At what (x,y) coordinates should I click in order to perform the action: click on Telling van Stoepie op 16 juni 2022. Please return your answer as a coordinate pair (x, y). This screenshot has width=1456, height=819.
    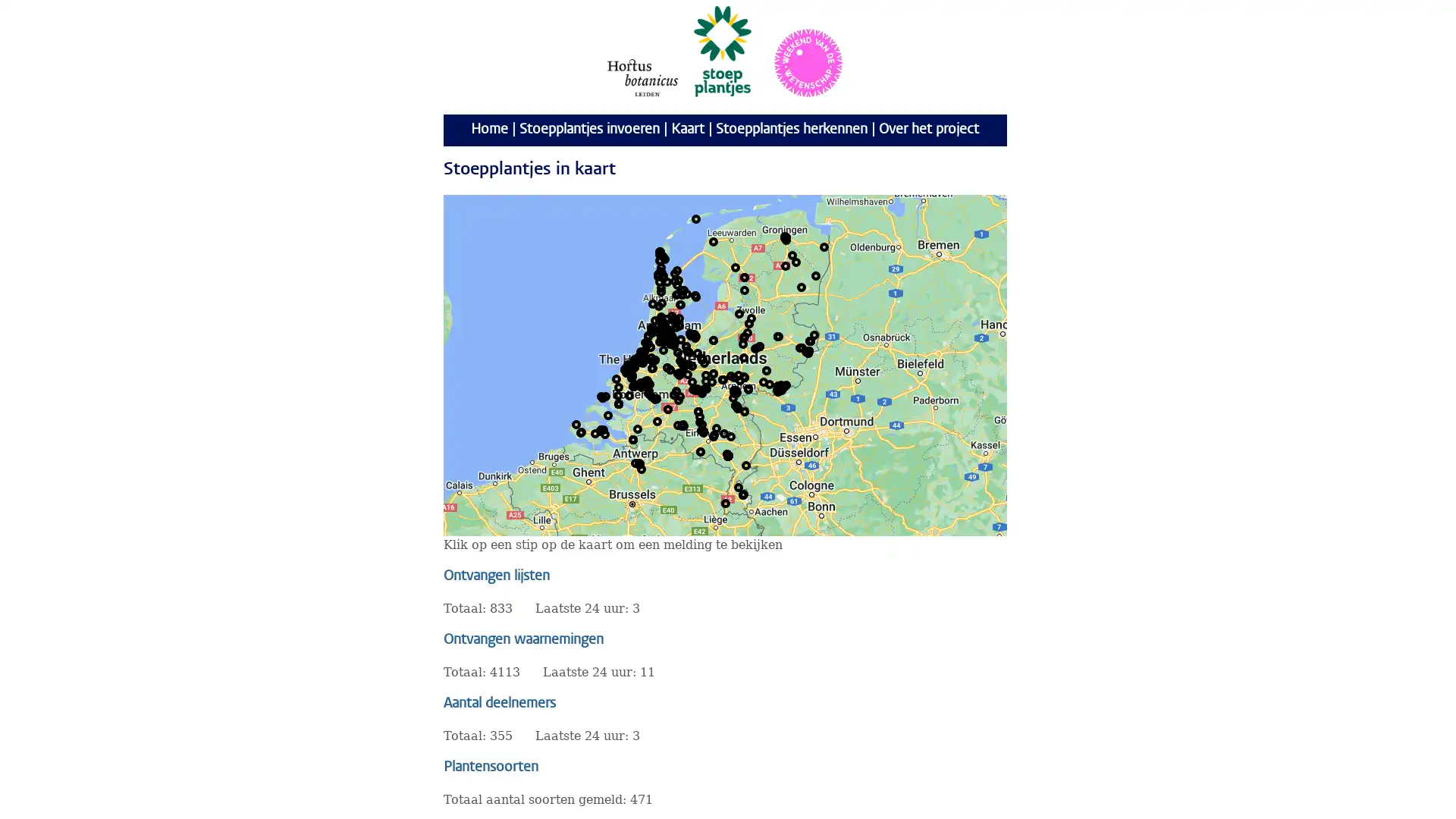
    Looking at the image, I should click on (743, 356).